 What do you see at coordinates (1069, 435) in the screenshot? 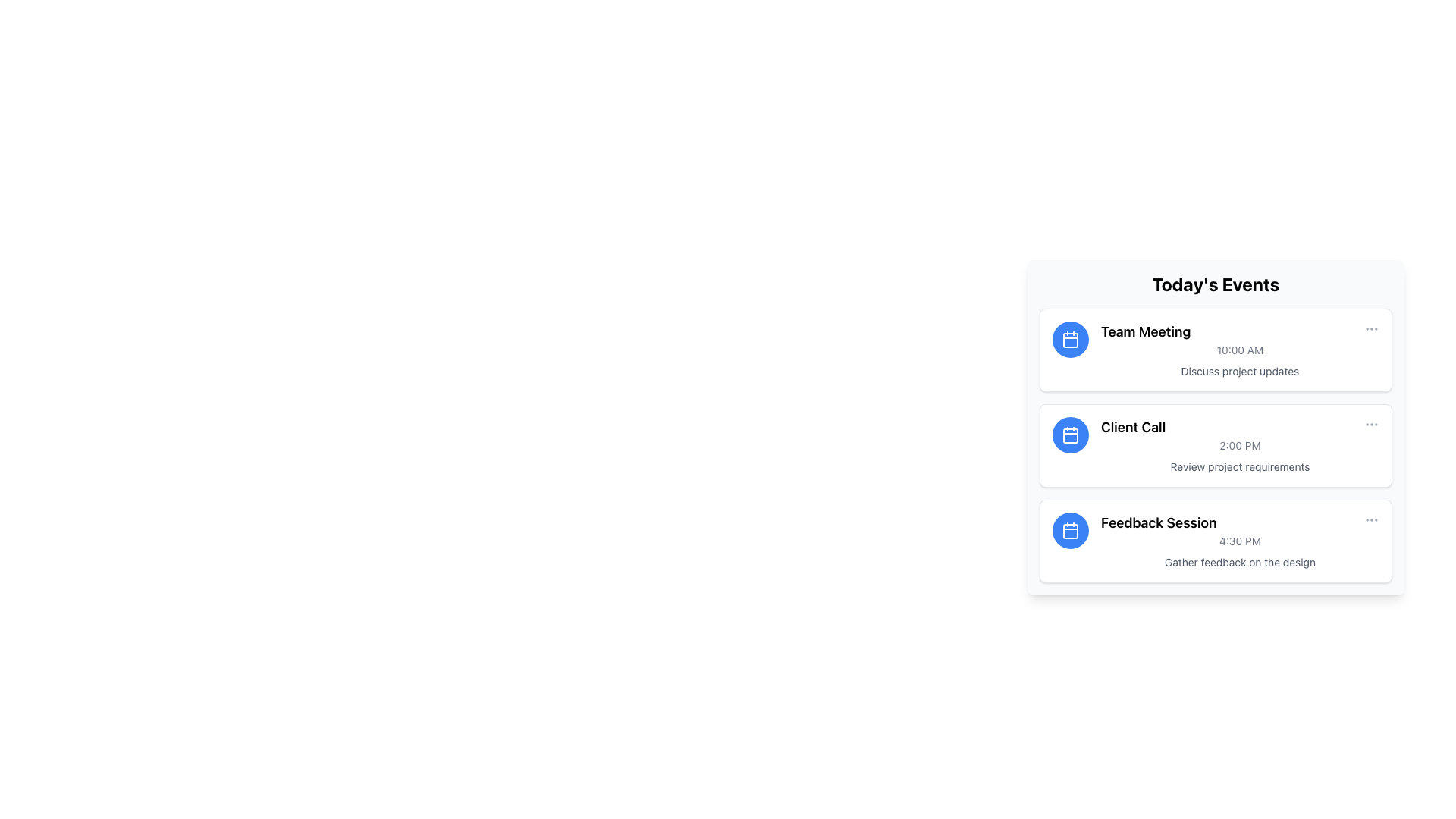
I see `the blue calendar icon with a white background, which is the second event entry in the vertical list of events between 'Team Meeting' and 'Feedback Session'` at bounding box center [1069, 435].